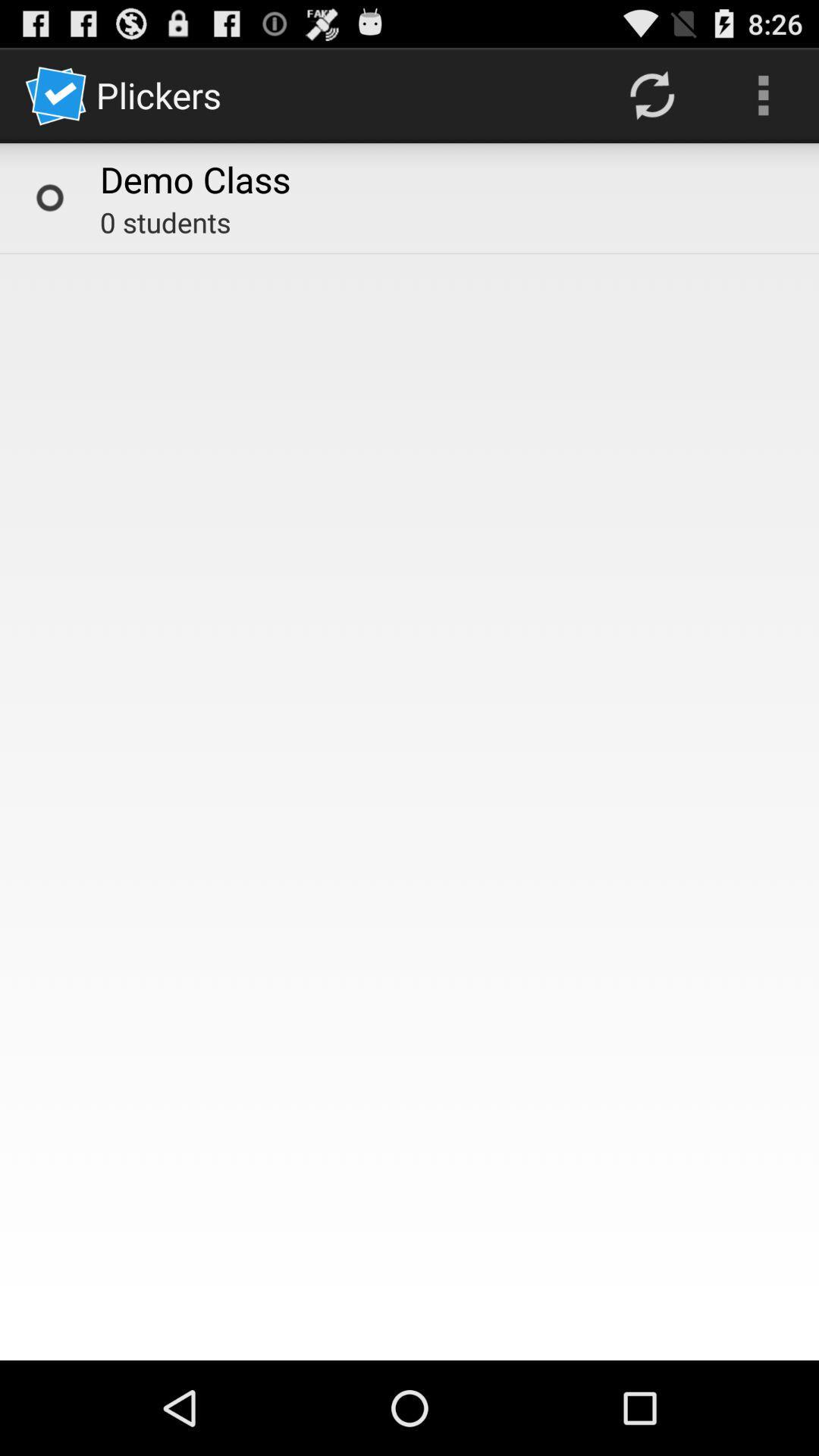 This screenshot has height=1456, width=819. I want to click on app next to demo class icon, so click(651, 94).